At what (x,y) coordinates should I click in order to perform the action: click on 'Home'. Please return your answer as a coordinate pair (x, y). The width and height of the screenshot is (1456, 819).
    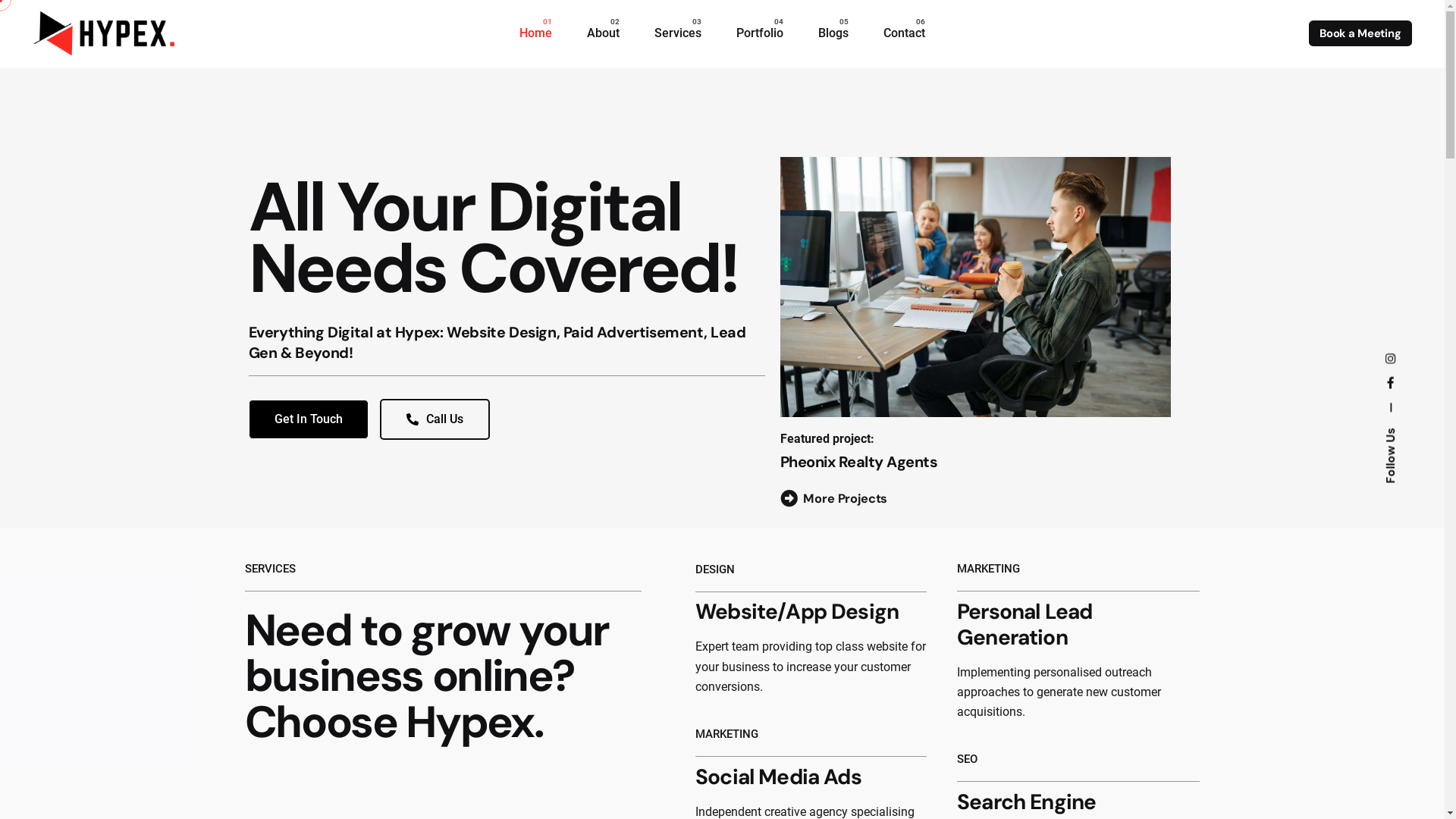
    Looking at the image, I should click on (535, 33).